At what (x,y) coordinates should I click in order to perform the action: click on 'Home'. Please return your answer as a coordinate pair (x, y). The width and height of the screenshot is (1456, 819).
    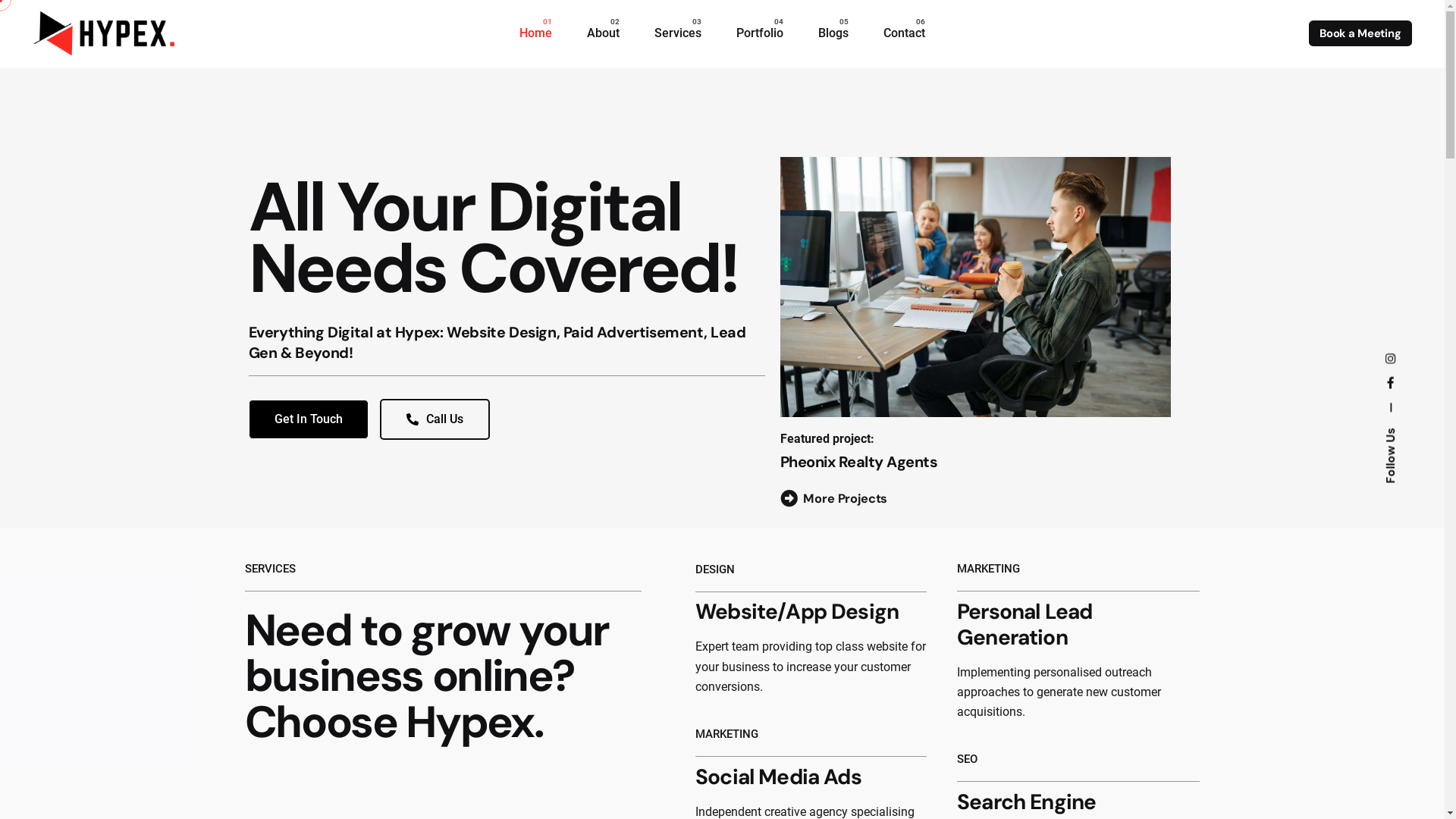
    Looking at the image, I should click on (535, 33).